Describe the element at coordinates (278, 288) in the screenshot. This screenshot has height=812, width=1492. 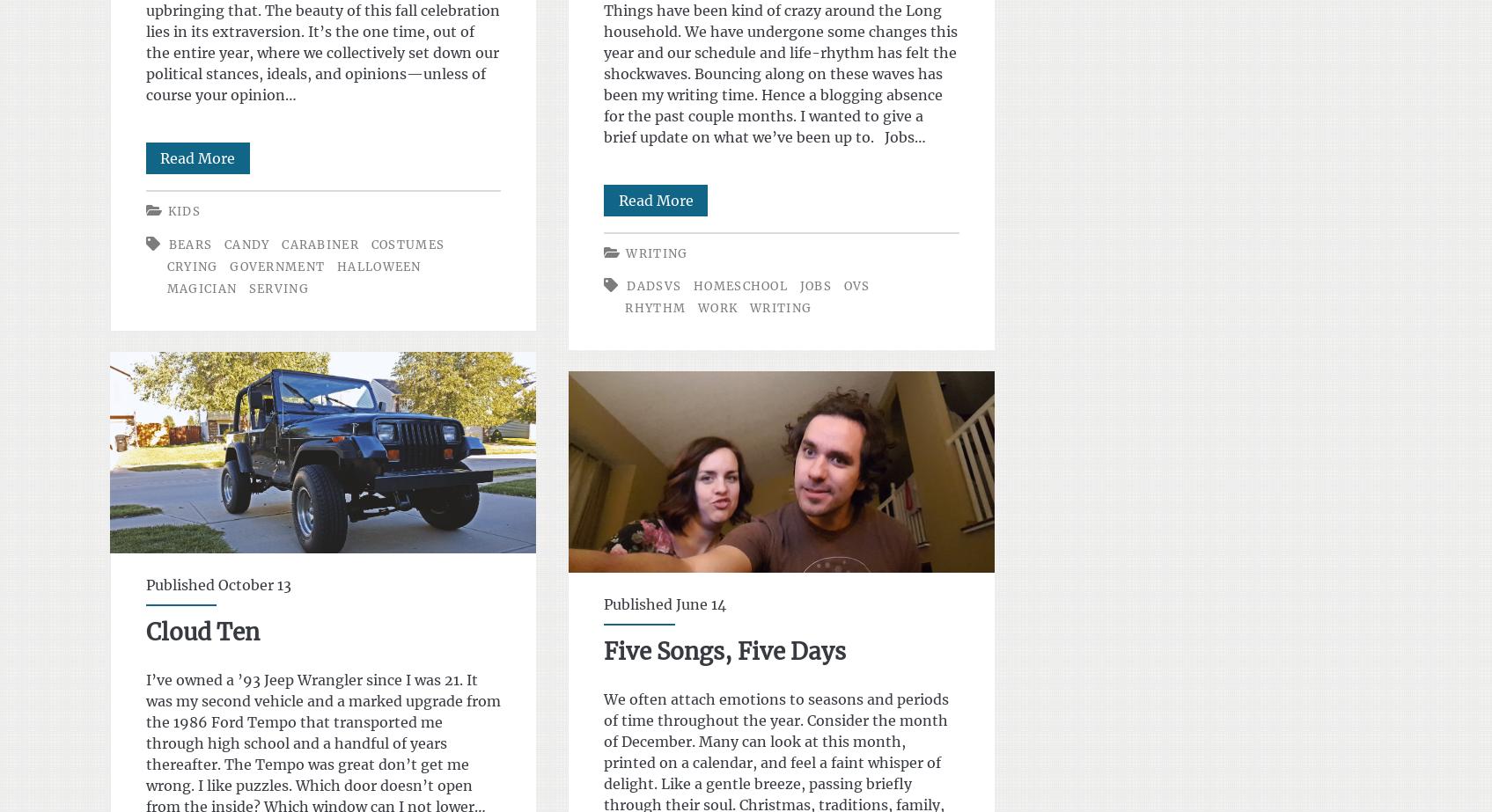
I see `'serving'` at that location.